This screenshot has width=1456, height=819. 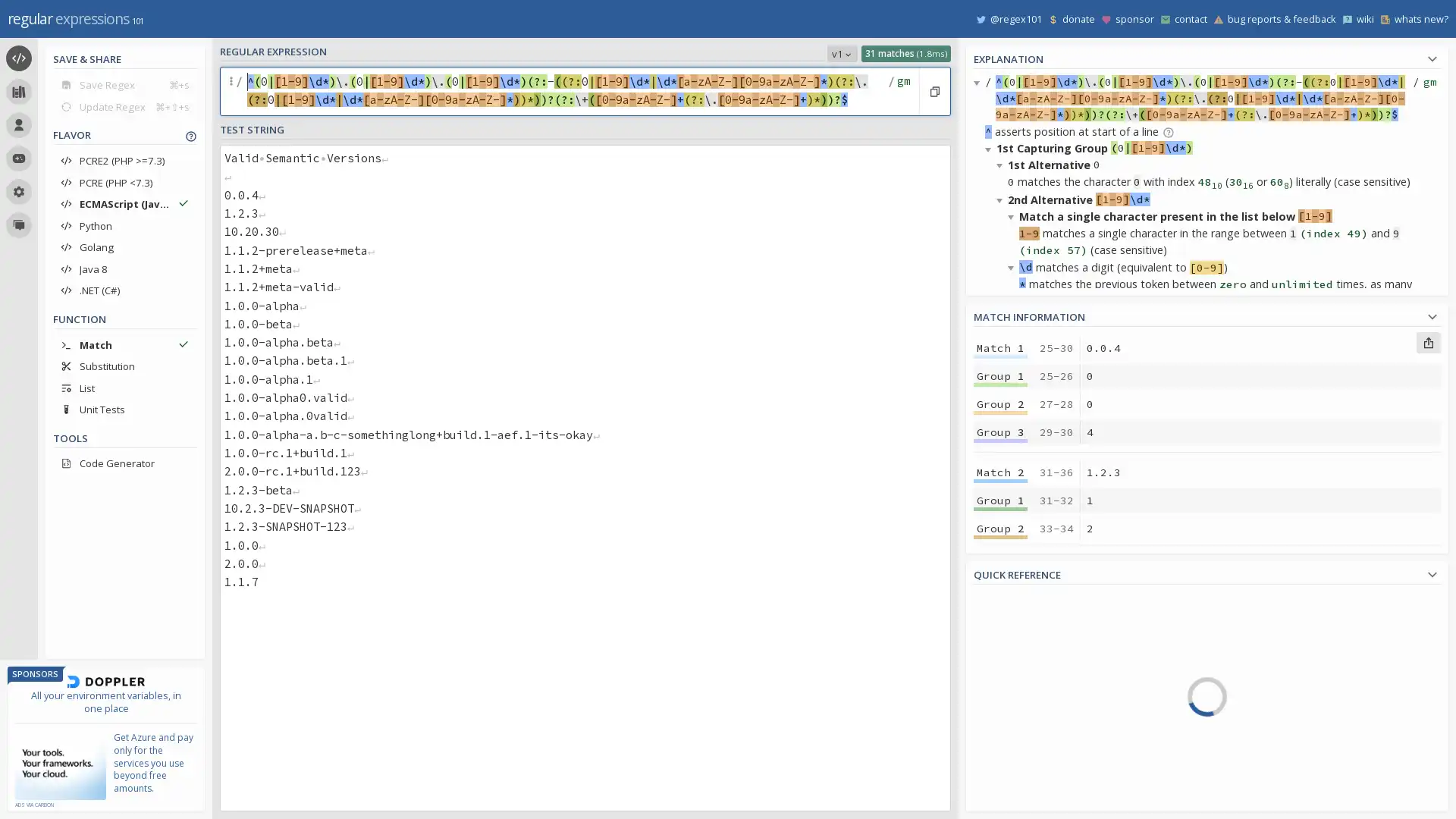 What do you see at coordinates (1002, 576) in the screenshot?
I see `Collapse Subtree` at bounding box center [1002, 576].